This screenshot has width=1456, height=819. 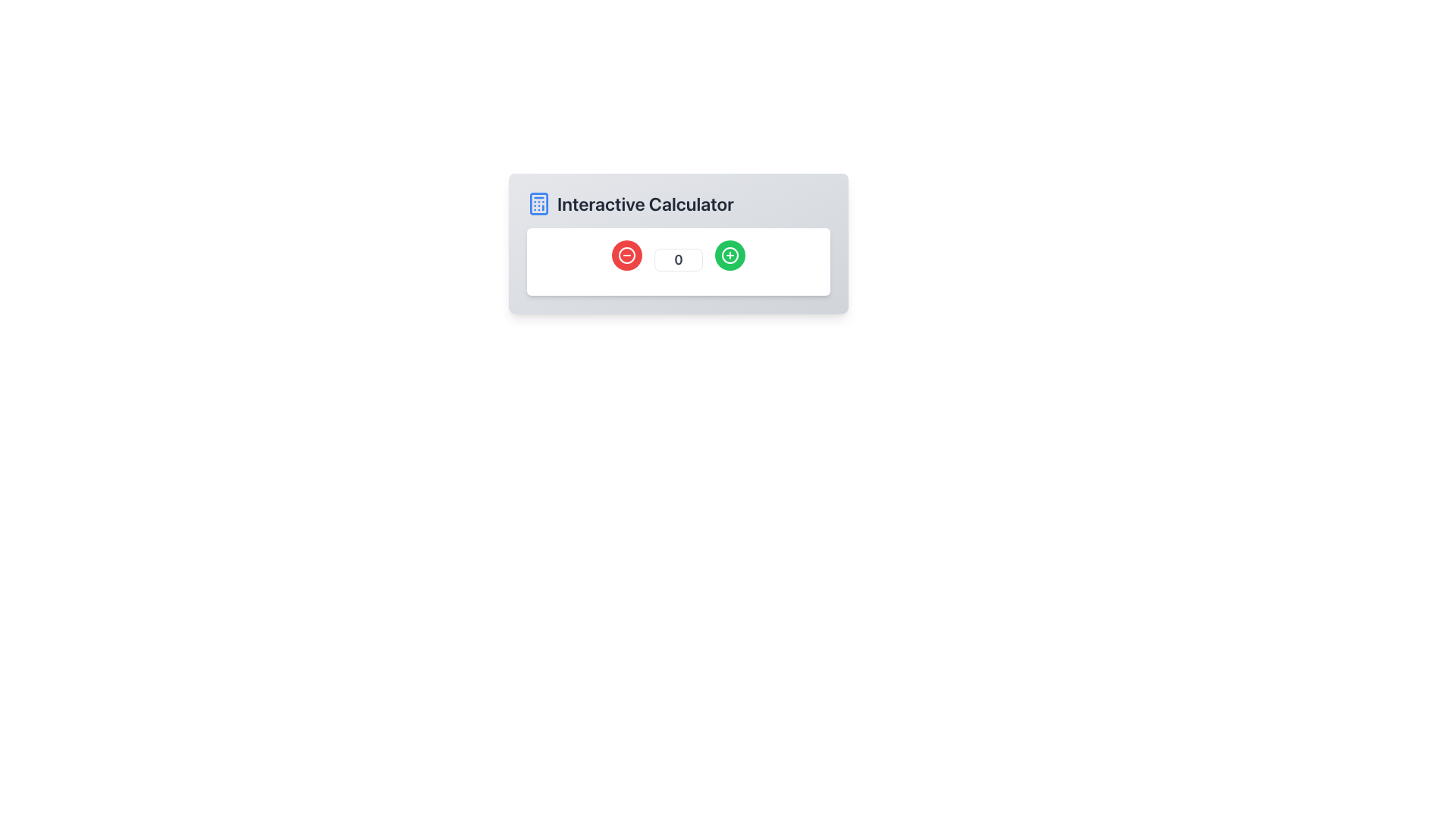 I want to click on the decorative circular element with a red fill and white bar, located inside the red button under the 'Interactive Calculator' heading, so click(x=626, y=254).